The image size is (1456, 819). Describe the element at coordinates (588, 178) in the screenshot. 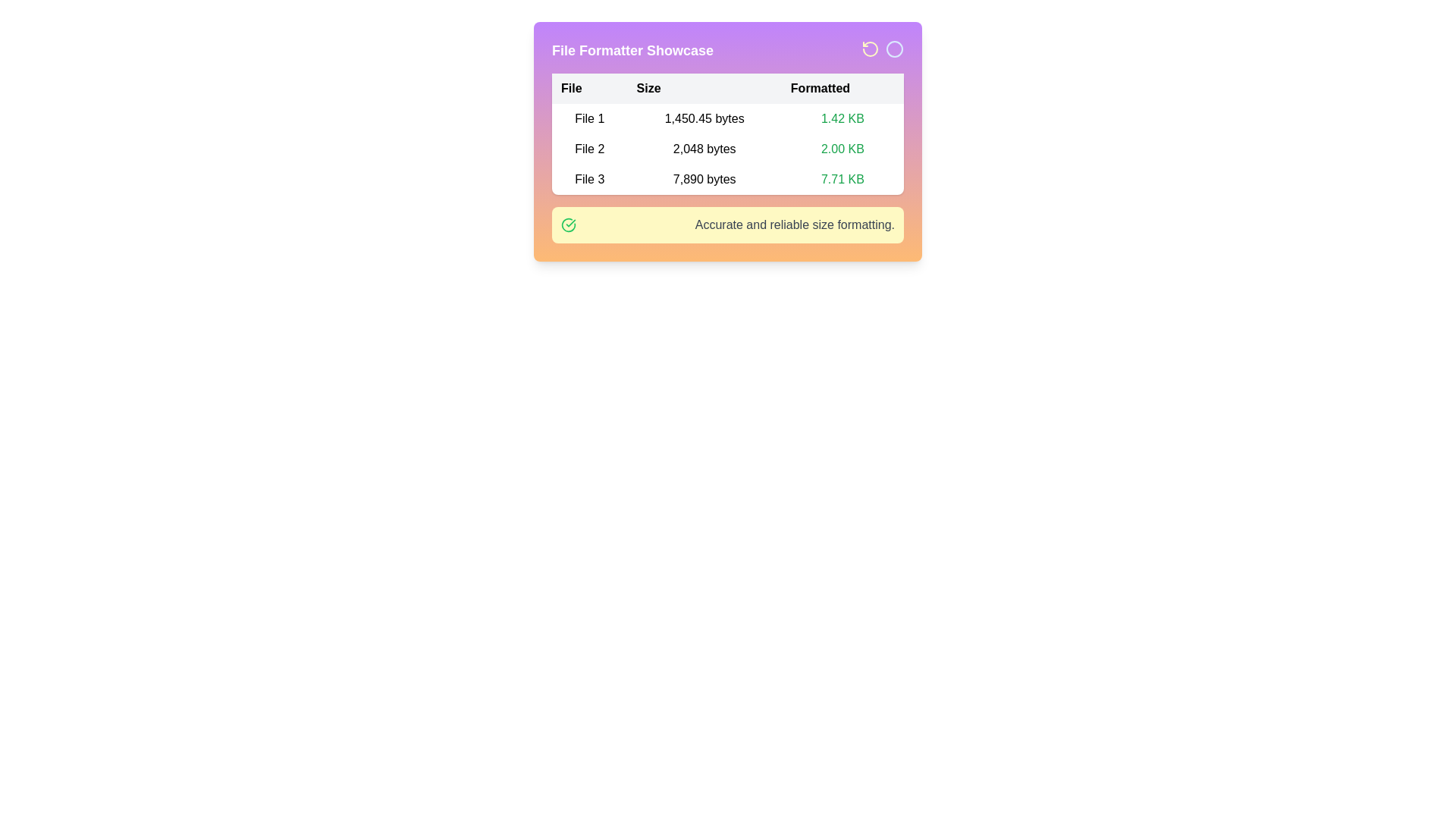

I see `the static text label in the first column of the third row of the file table, which indicates the name or identifier of a file` at that location.